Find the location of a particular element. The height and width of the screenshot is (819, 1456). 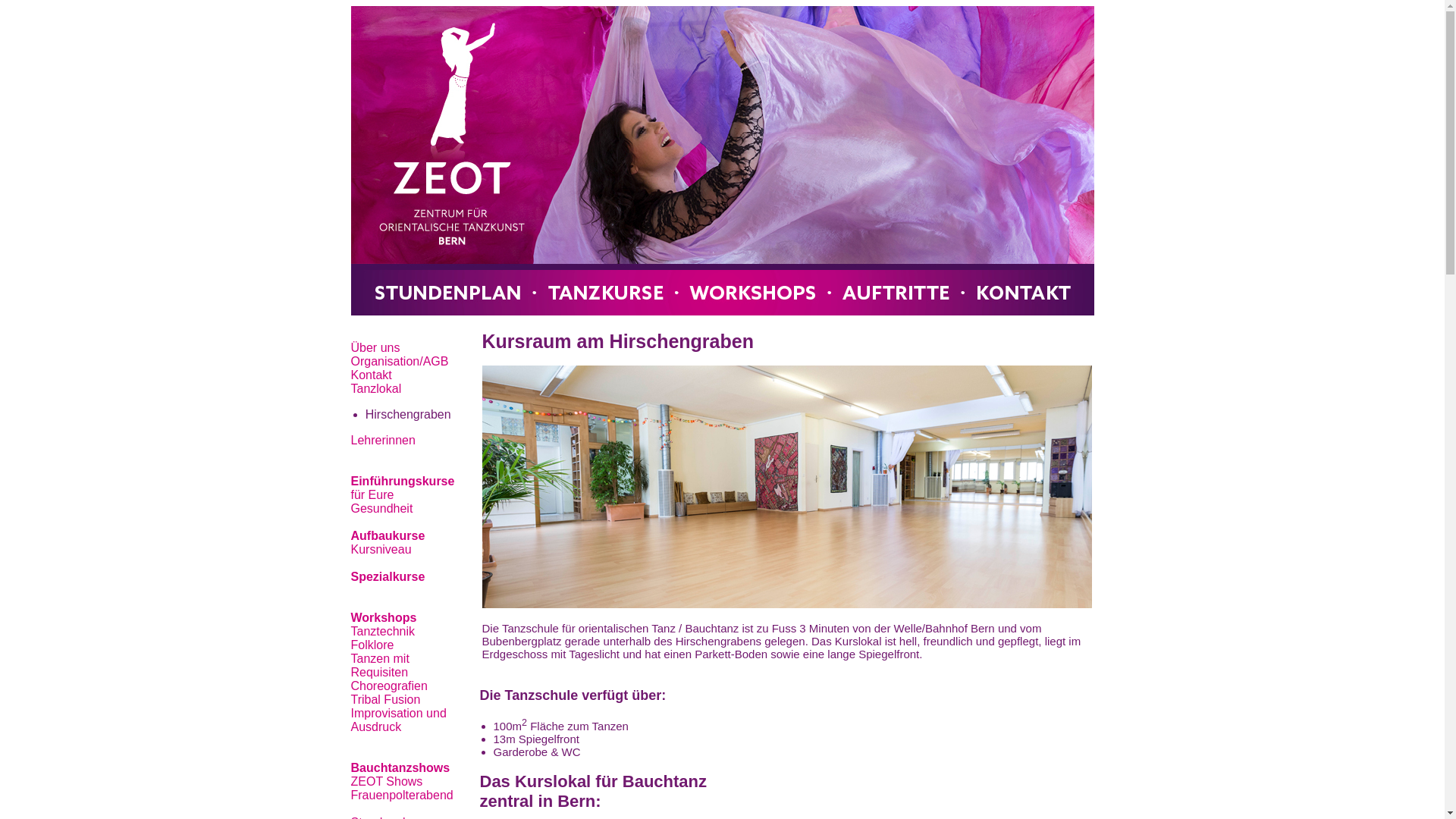

'Improvisation und Ausdruck' is located at coordinates (397, 719).